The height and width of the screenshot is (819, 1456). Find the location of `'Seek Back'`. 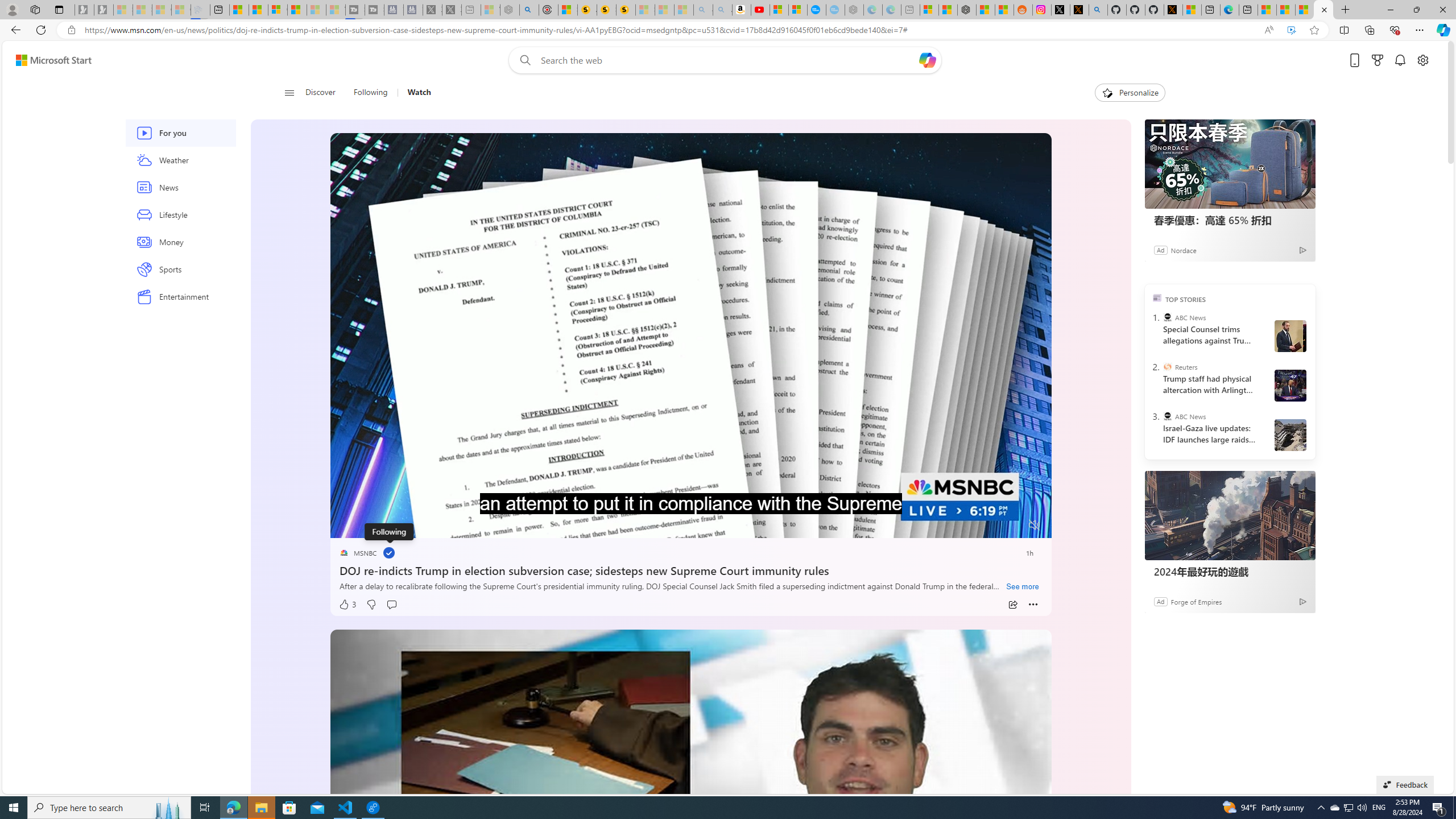

'Seek Back' is located at coordinates (369, 525).